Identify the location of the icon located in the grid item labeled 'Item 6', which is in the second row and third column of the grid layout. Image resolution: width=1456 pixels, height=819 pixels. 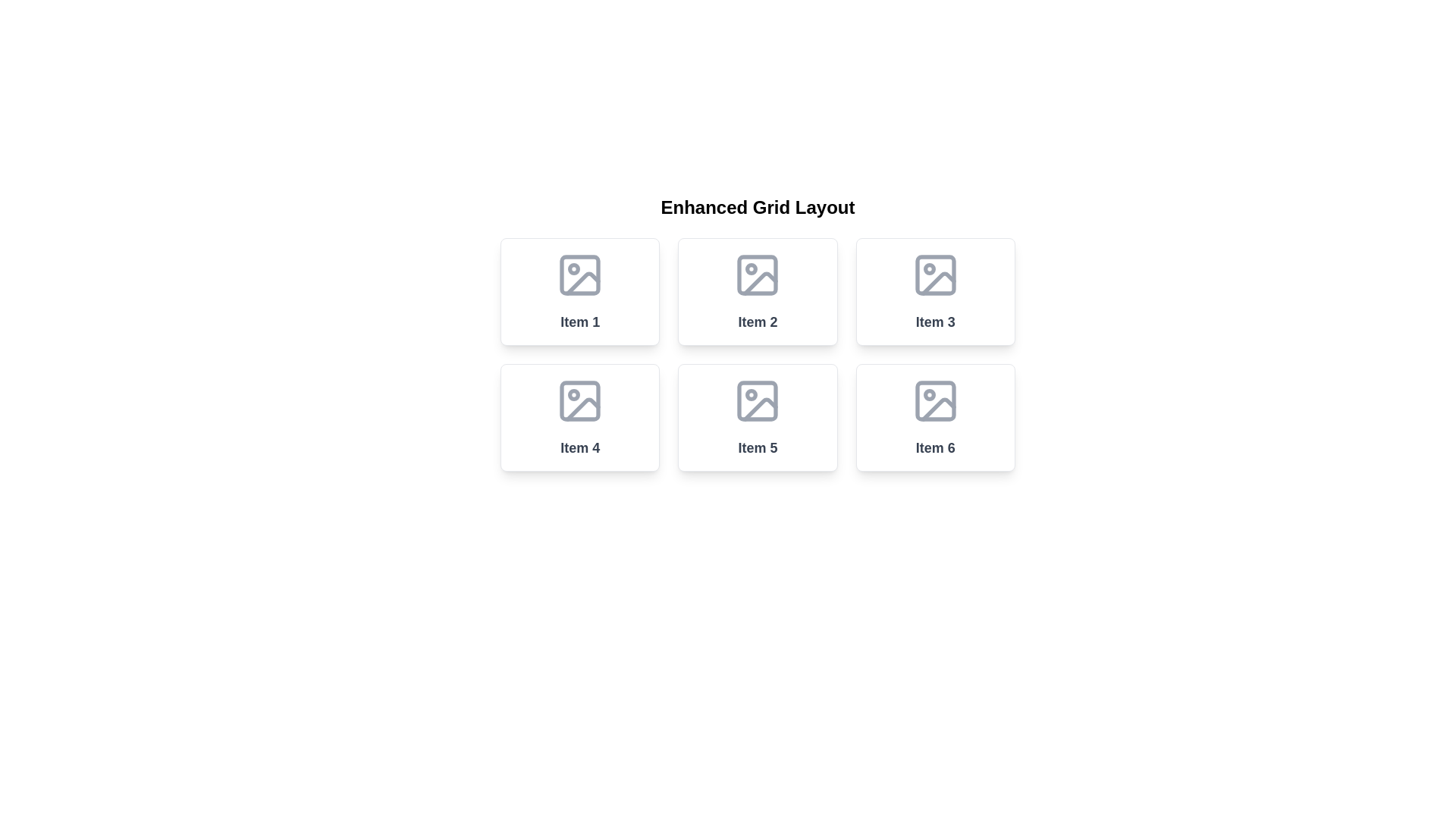
(934, 400).